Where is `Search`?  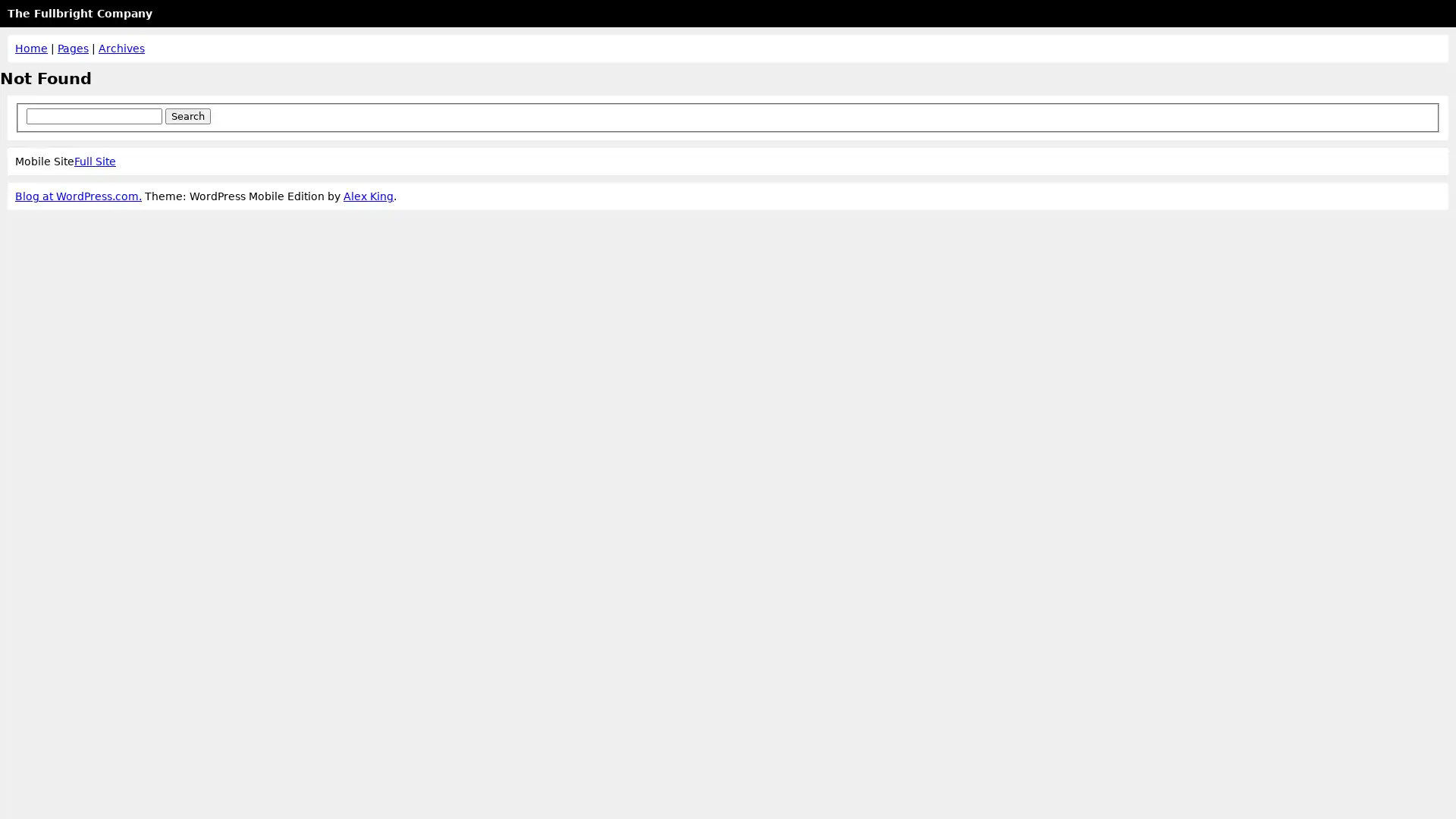
Search is located at coordinates (186, 115).